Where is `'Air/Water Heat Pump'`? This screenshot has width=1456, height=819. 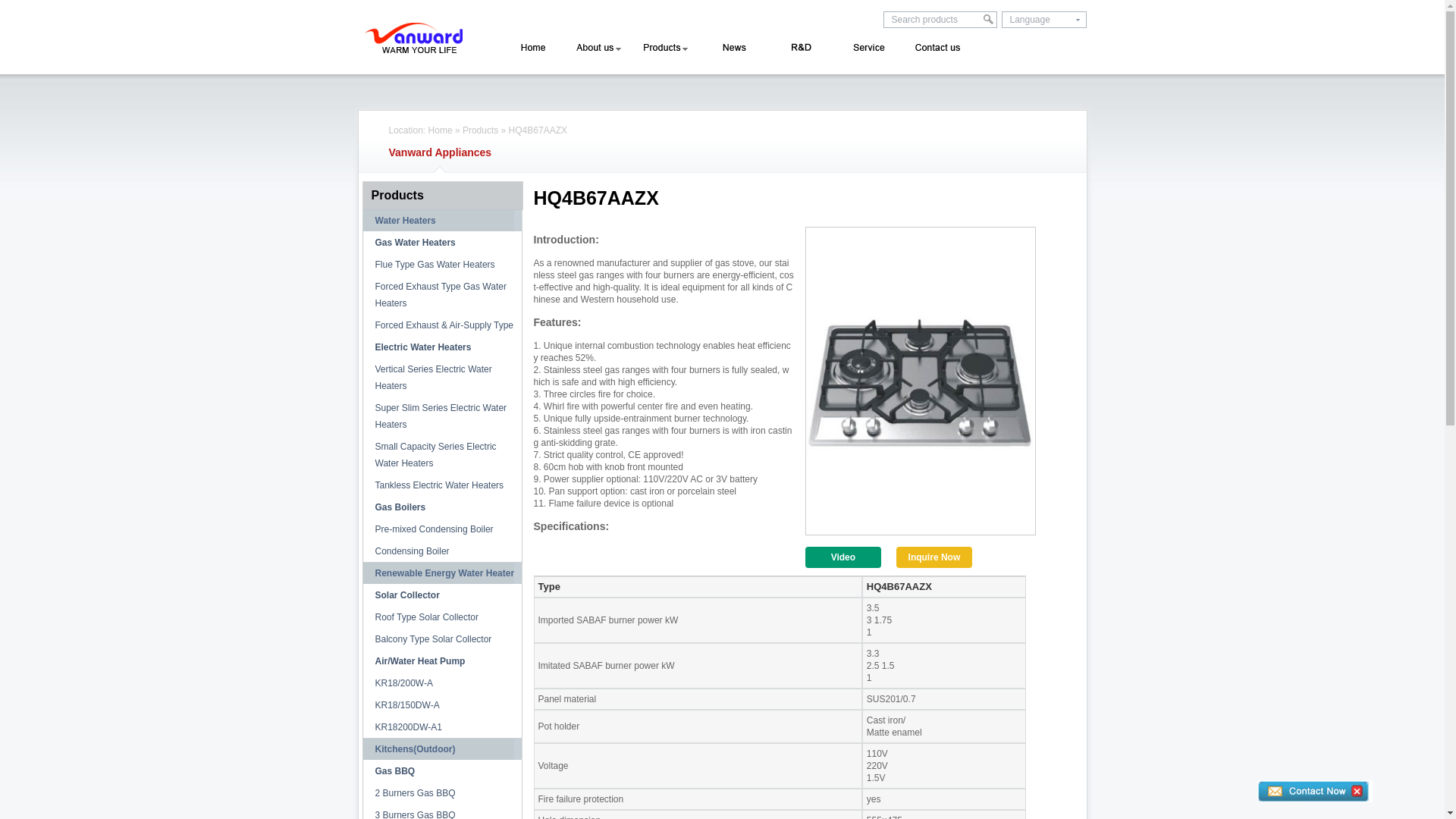
'Air/Water Heat Pump' is located at coordinates (362, 660).